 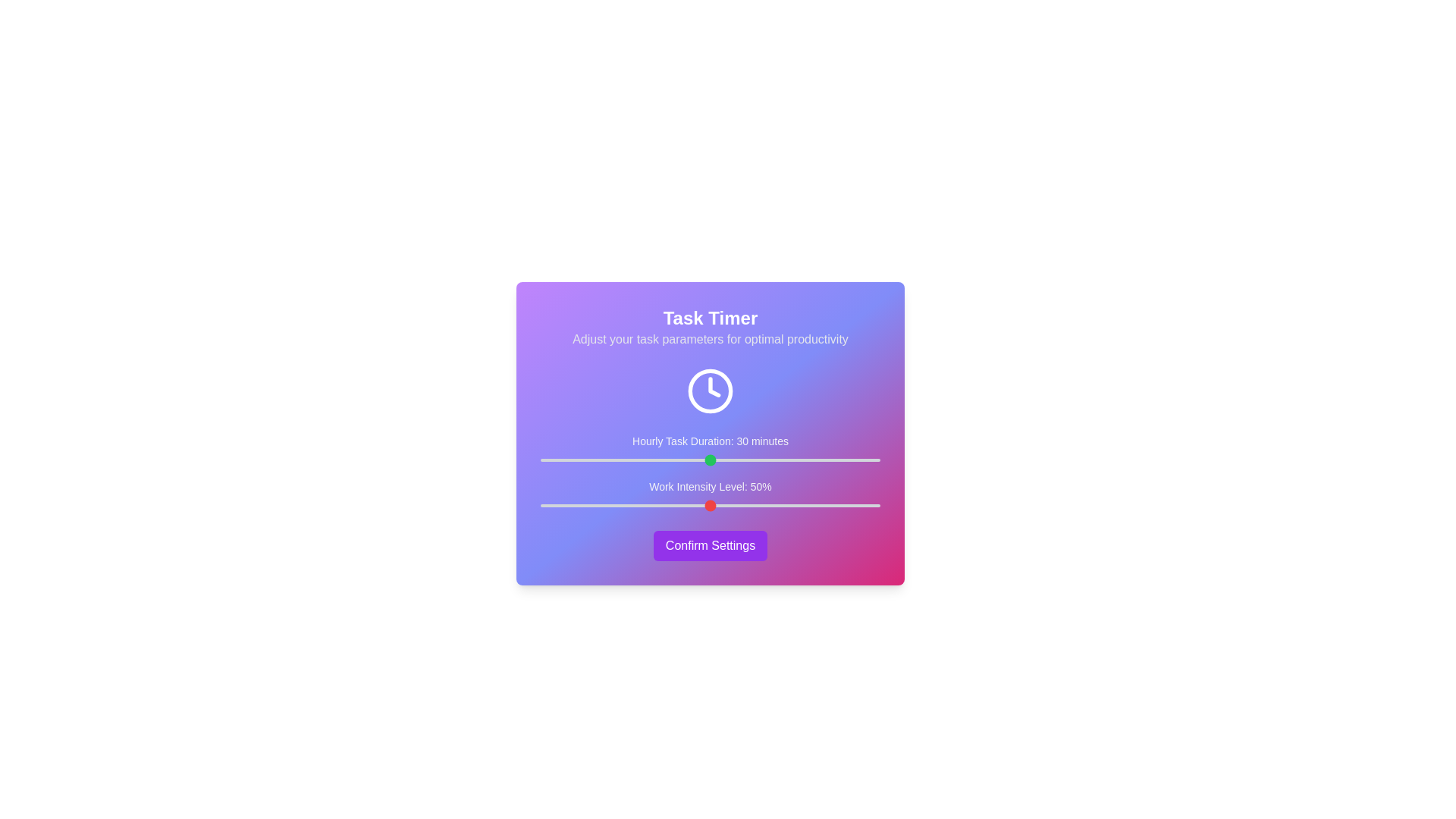 I want to click on the 'Hourly Task Duration' slider to 20 minutes, so click(x=654, y=459).